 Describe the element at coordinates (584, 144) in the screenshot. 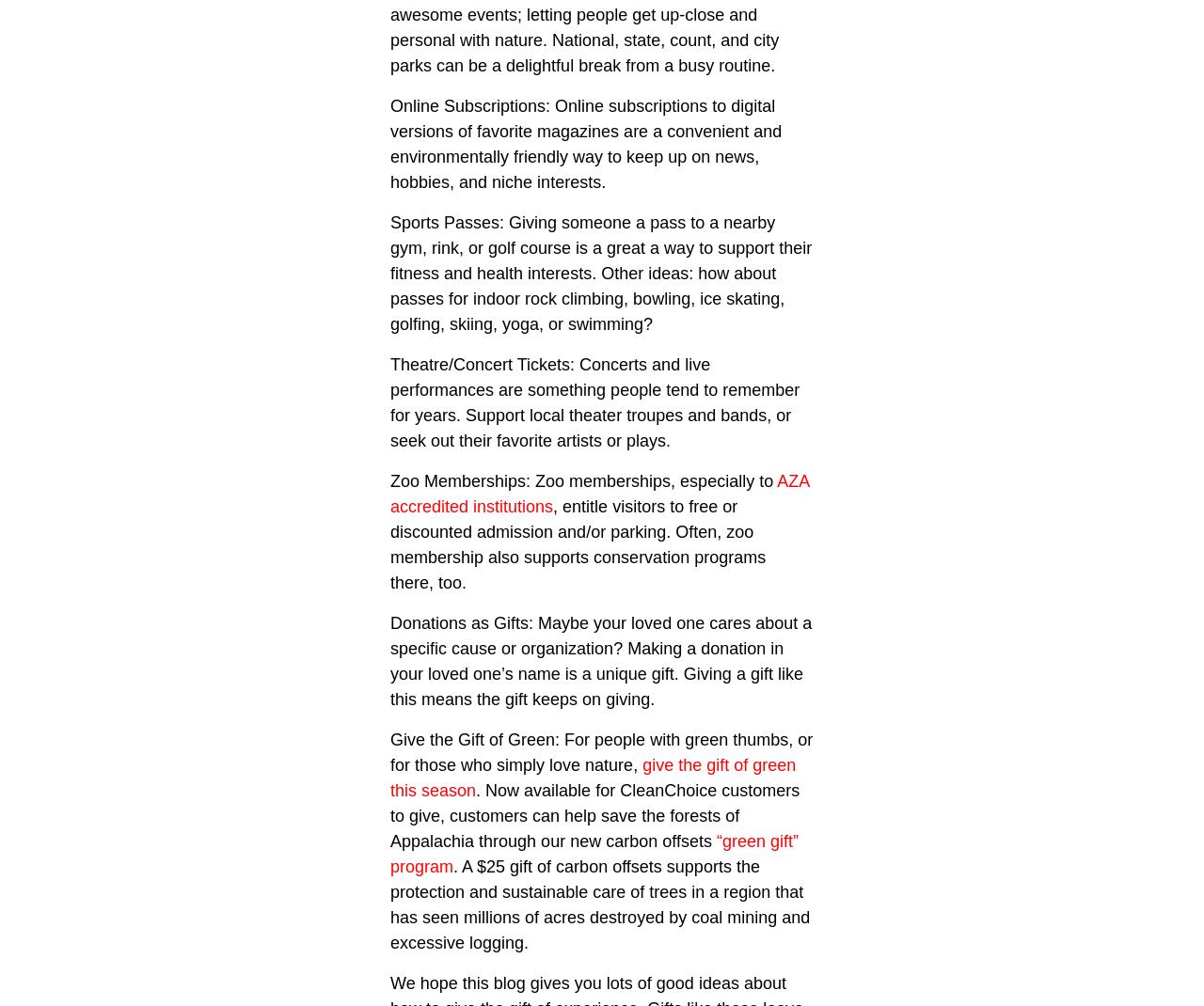

I see `'Online Subscriptions: Online subscriptions to digital versions of favorite magazines are a convenient and environmentally friendly way to keep up on news, hobbies, and niche interests.'` at that location.